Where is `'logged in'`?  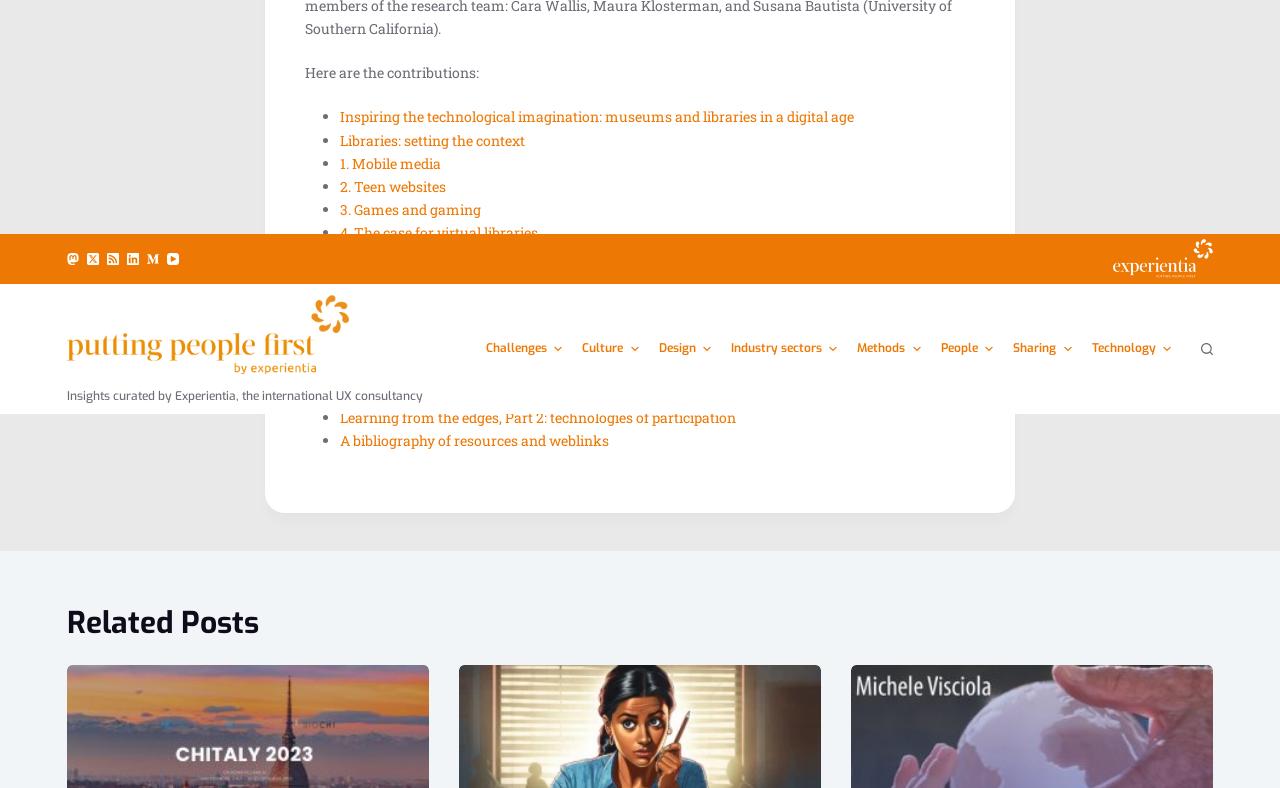 'logged in' is located at coordinates (349, 395).